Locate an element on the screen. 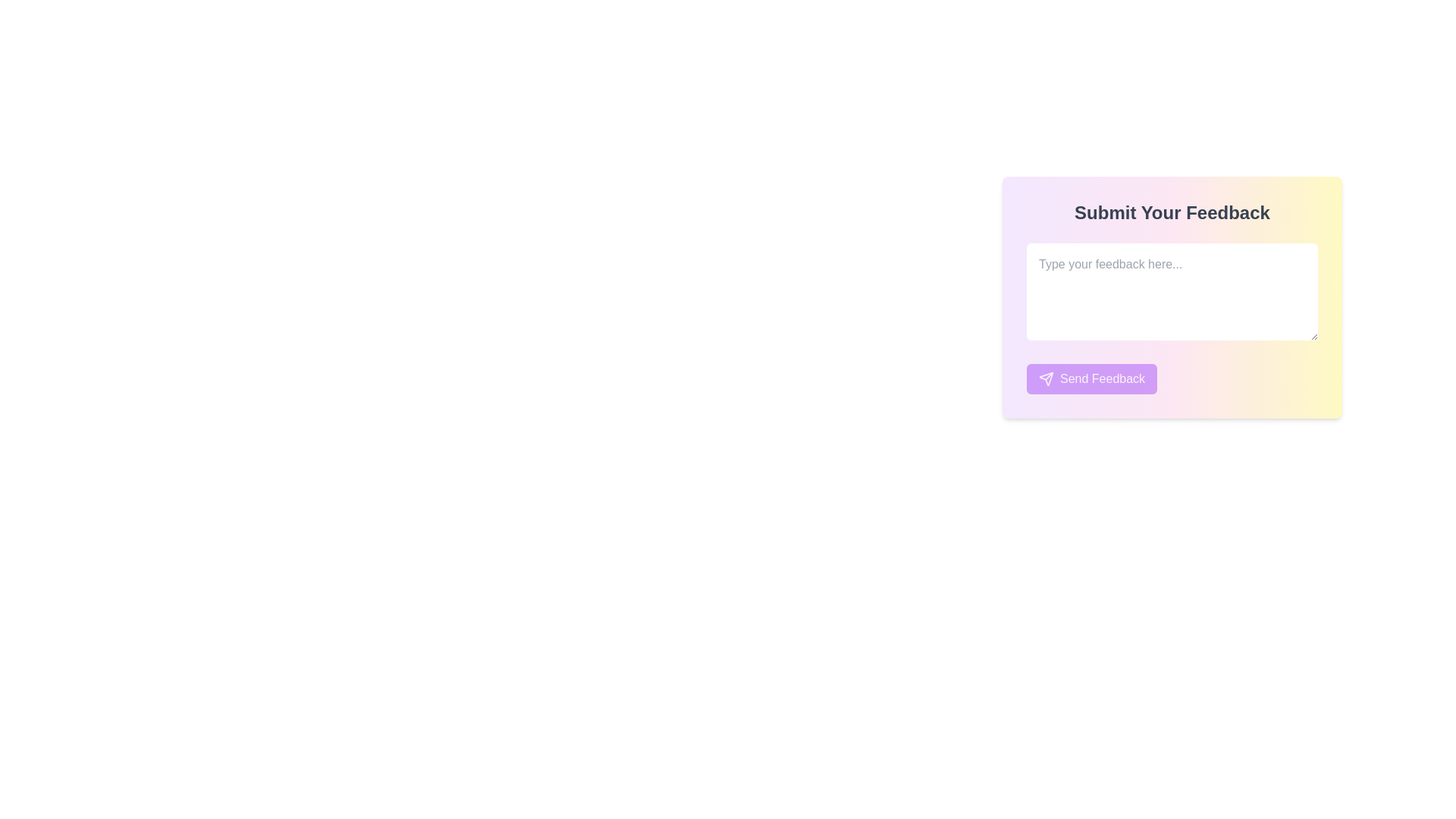 Image resolution: width=1456 pixels, height=819 pixels. text from the 'Send Feedback' button label, which is located below the feedback text input box and to the right of the send icon is located at coordinates (1103, 378).